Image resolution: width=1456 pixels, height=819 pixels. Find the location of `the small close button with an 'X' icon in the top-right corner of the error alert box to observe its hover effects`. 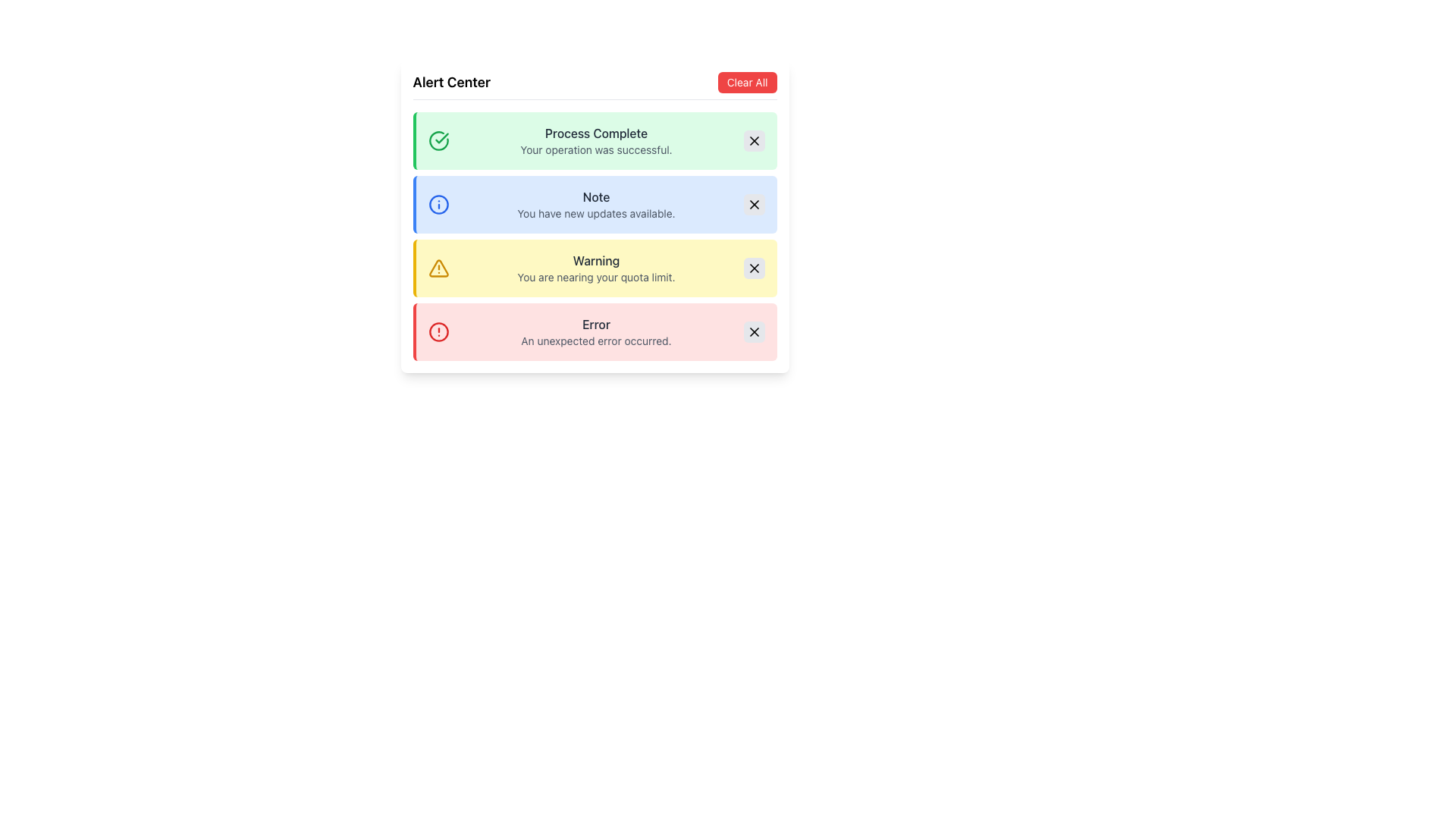

the small close button with an 'X' icon in the top-right corner of the error alert box to observe its hover effects is located at coordinates (754, 331).